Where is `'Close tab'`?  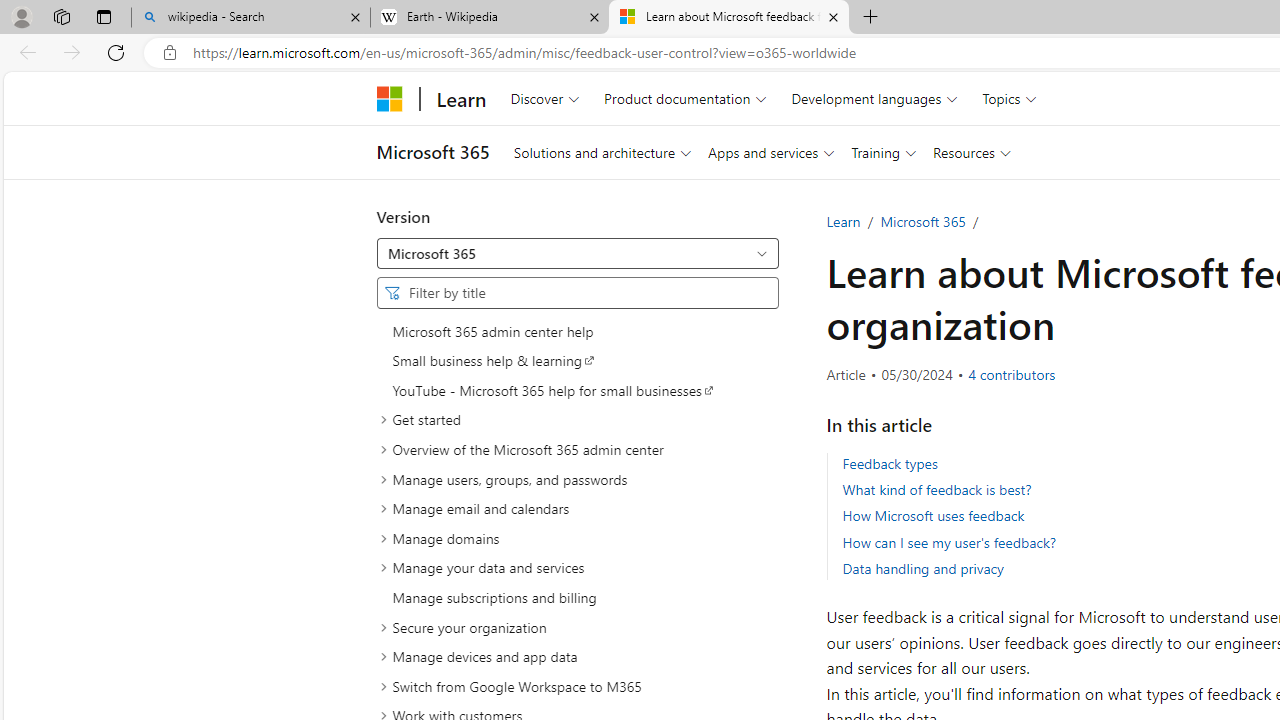 'Close tab' is located at coordinates (833, 17).